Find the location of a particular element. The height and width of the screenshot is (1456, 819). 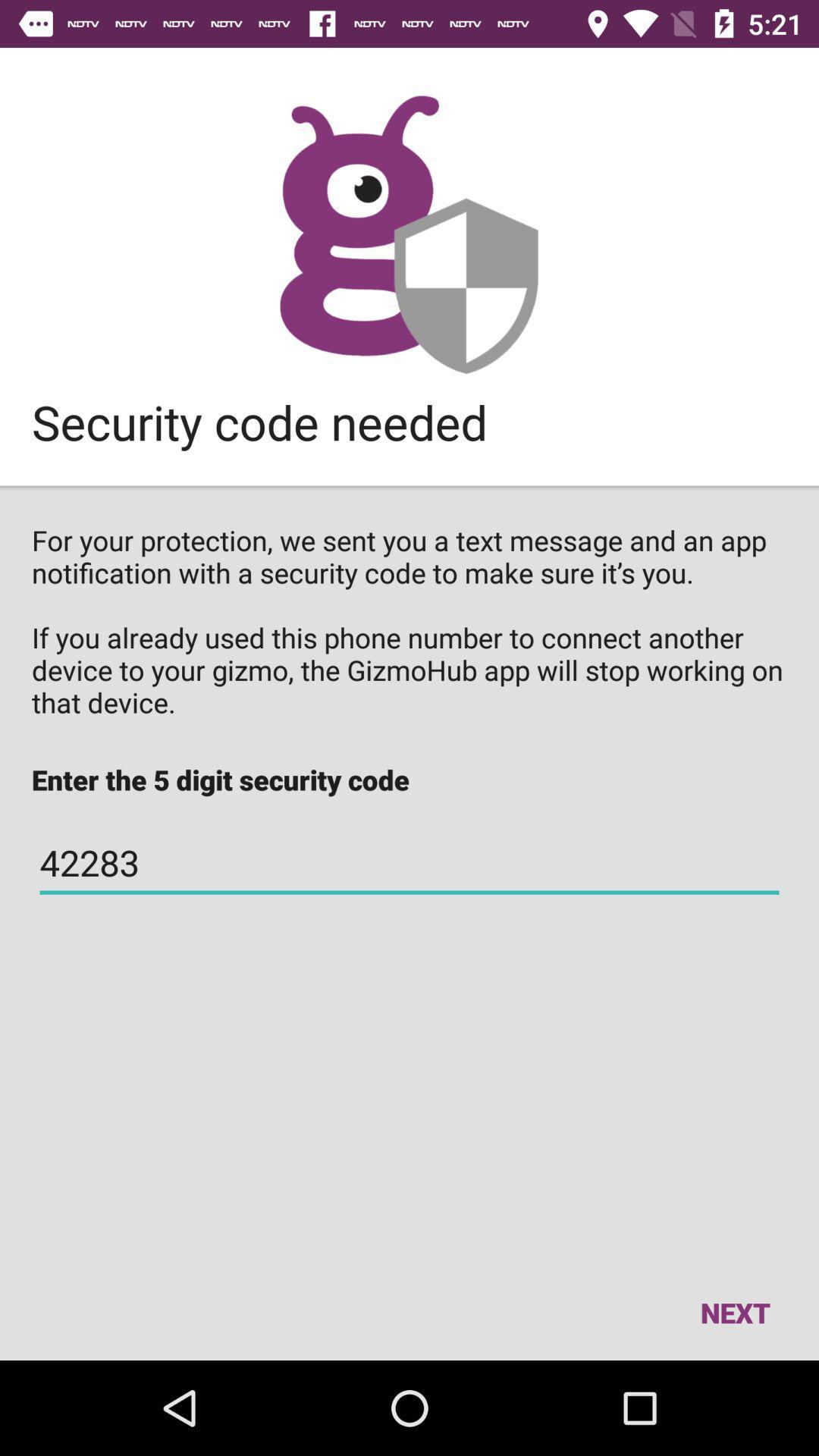

item at the bottom right corner is located at coordinates (734, 1312).